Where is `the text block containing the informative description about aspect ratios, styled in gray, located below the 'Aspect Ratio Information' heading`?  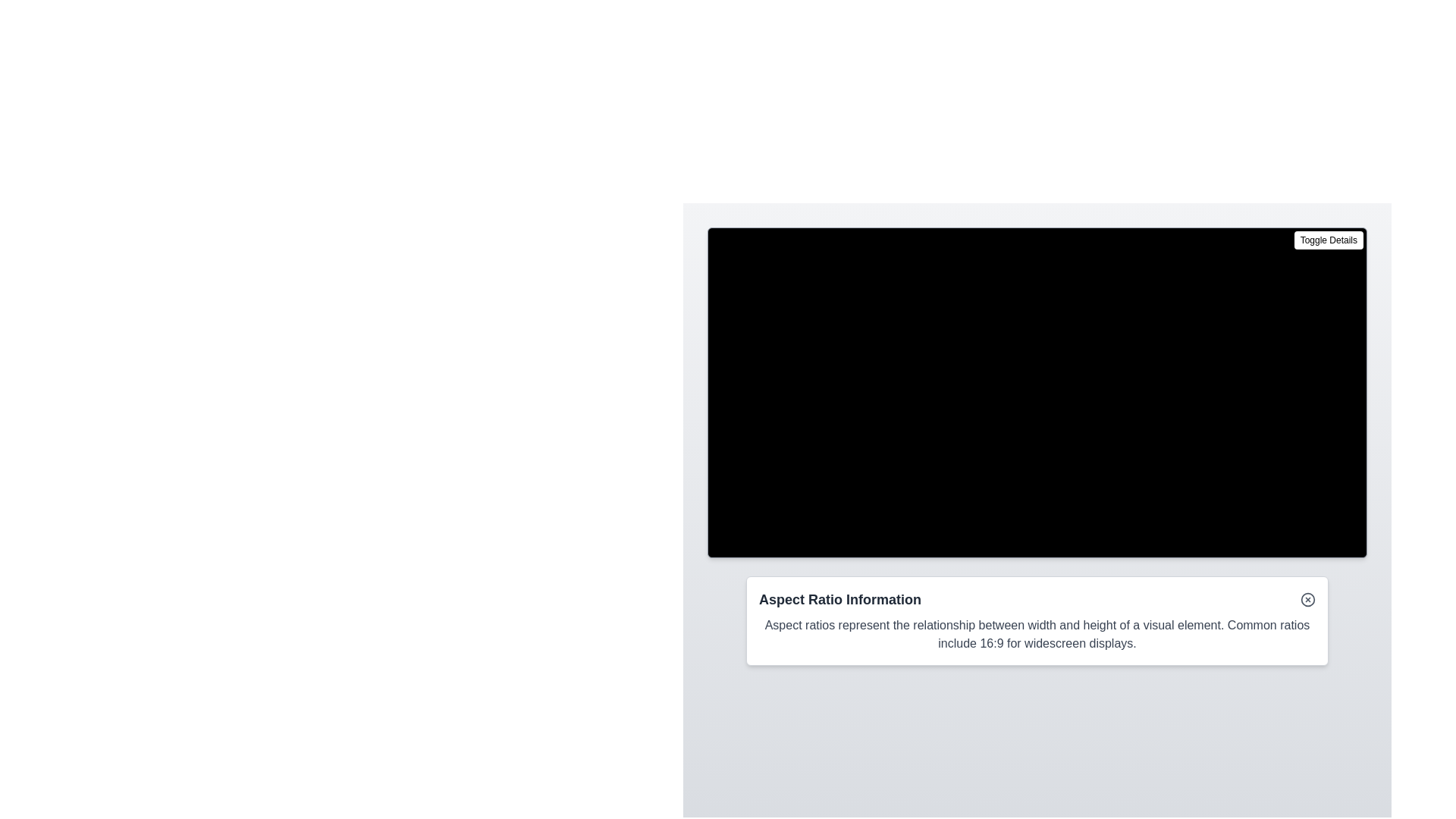 the text block containing the informative description about aspect ratios, styled in gray, located below the 'Aspect Ratio Information' heading is located at coordinates (1037, 635).